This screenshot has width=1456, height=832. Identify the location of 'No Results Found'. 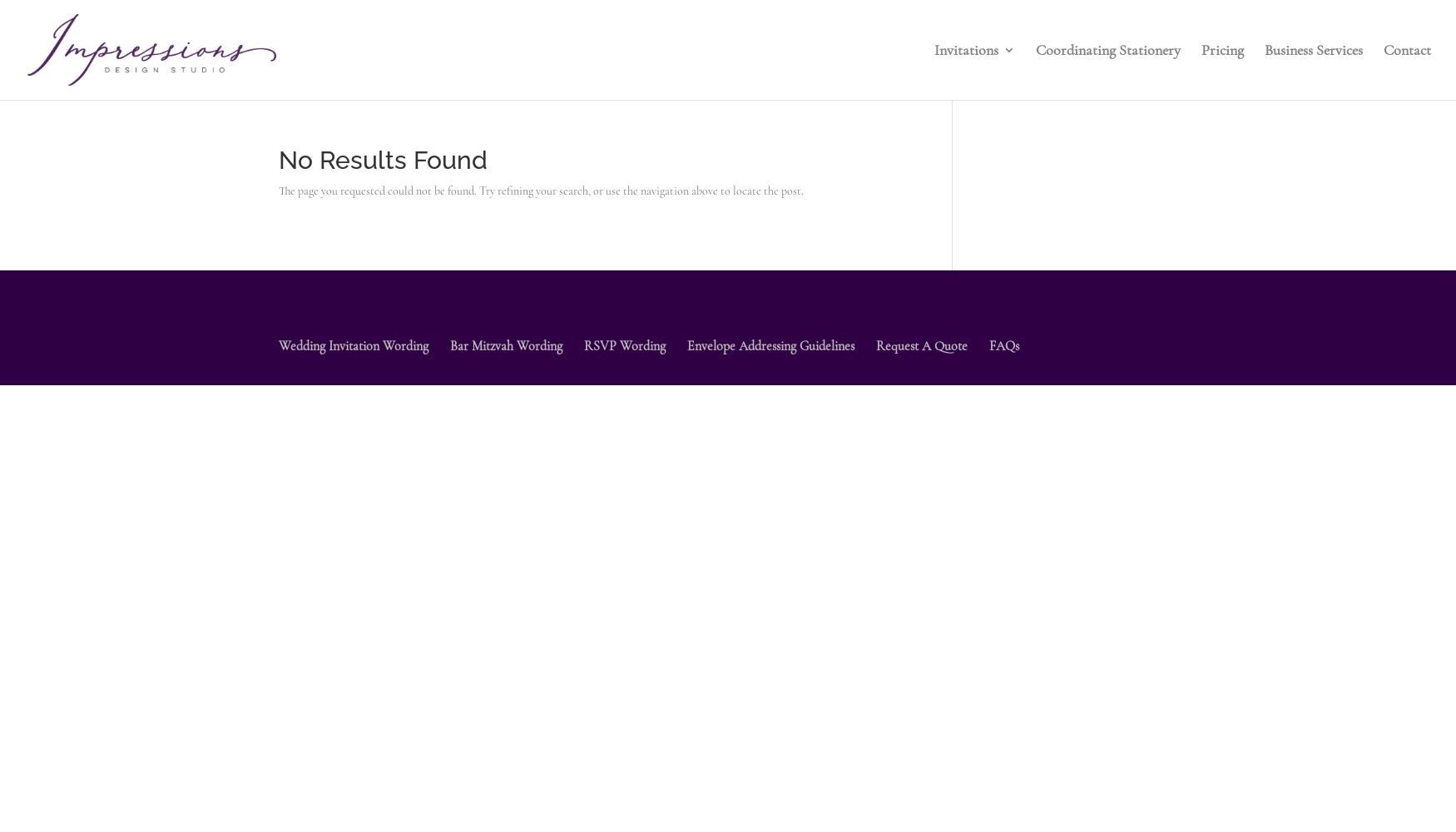
(278, 159).